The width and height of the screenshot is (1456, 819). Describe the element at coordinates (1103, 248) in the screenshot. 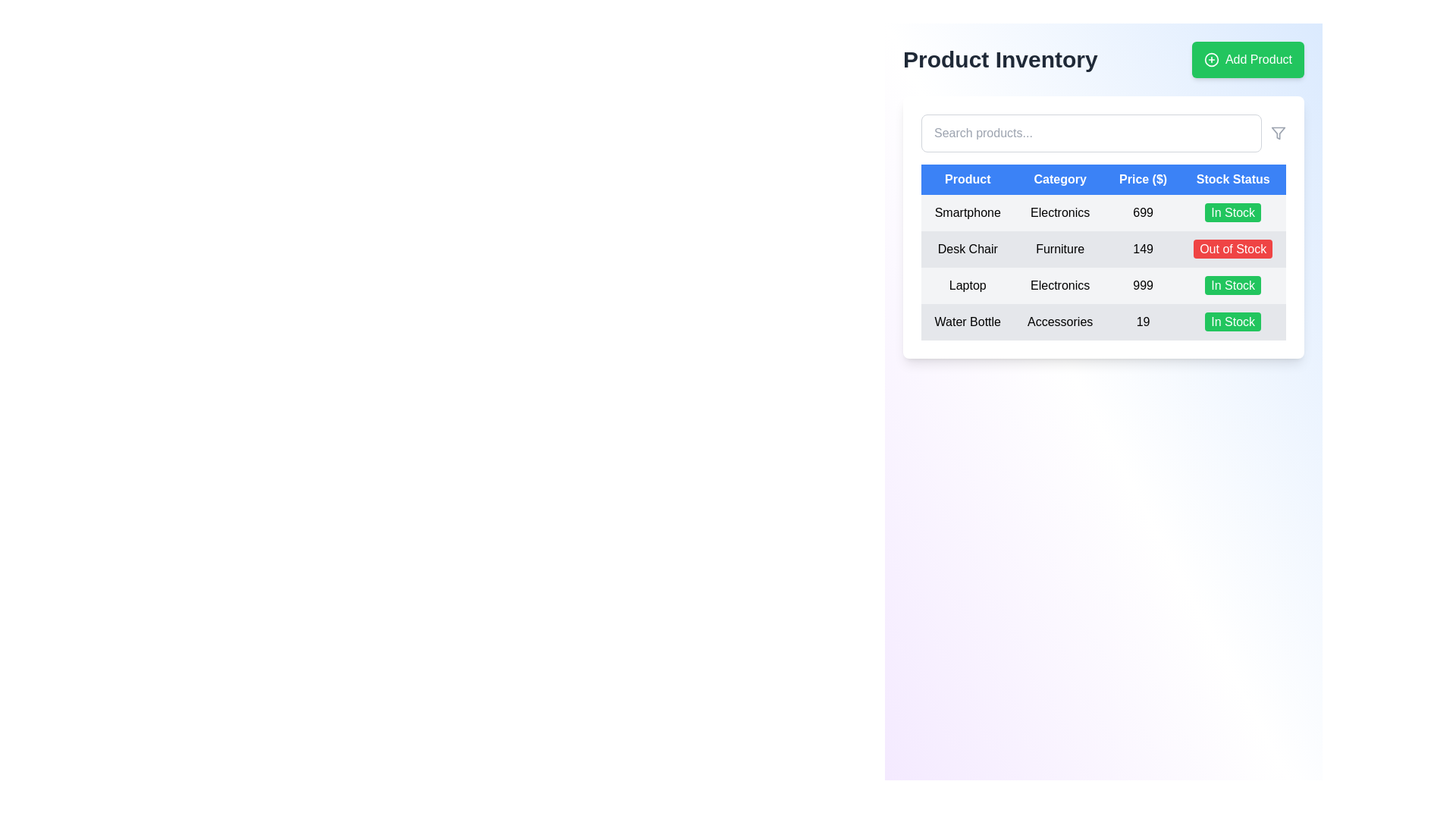

I see `the second row in the 'Product Inventory' section displaying 'Desk Chair' with a light gray background and a red badge indicating 'Out of Stock'` at that location.